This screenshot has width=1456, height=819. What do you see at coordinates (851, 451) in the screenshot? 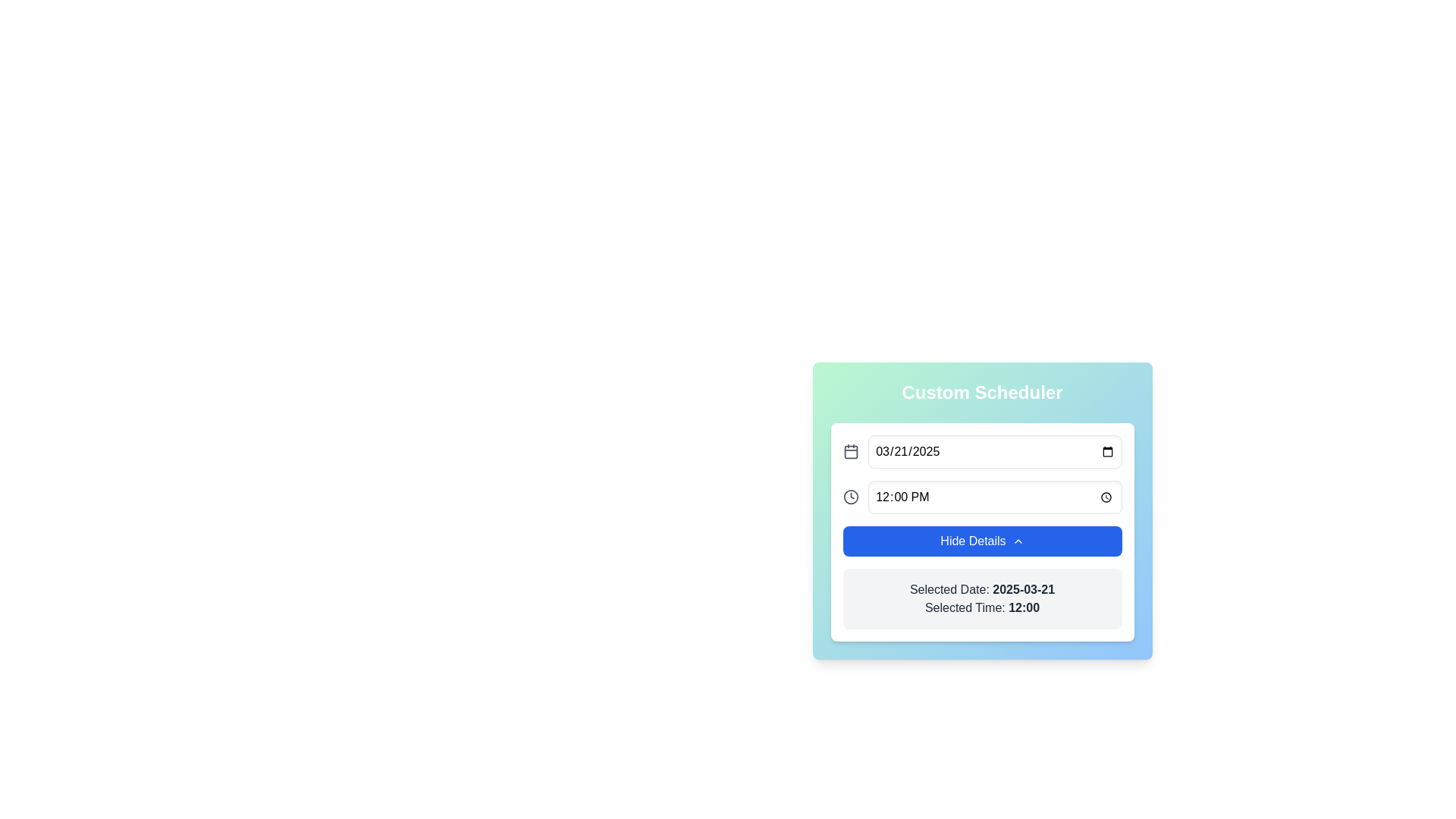
I see `the date picker icon located on the leftmost side of the group before the date input field labeled '2025-03-21' in the 'Custom Scheduler' card` at bounding box center [851, 451].